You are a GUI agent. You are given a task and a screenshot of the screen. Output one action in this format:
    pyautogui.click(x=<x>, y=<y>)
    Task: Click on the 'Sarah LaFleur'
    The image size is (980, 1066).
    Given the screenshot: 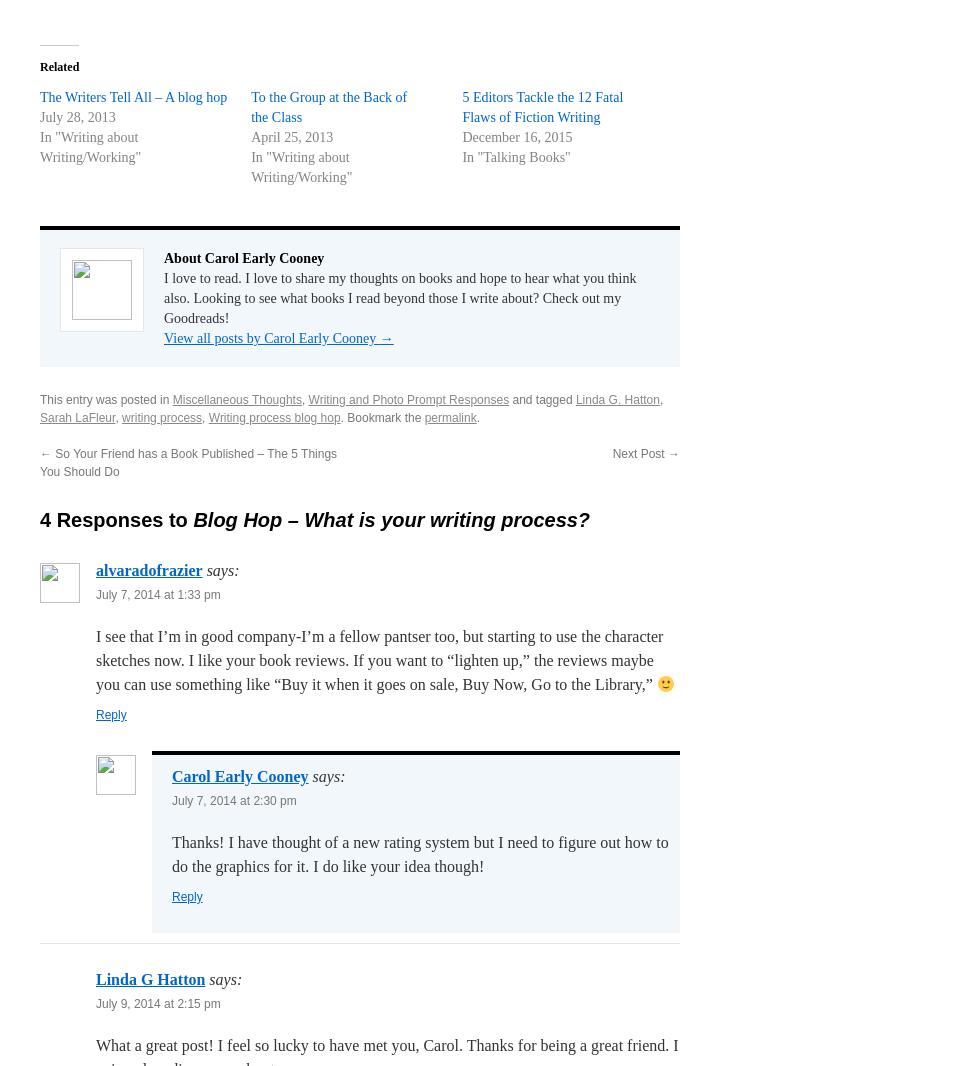 What is the action you would take?
    pyautogui.click(x=77, y=417)
    